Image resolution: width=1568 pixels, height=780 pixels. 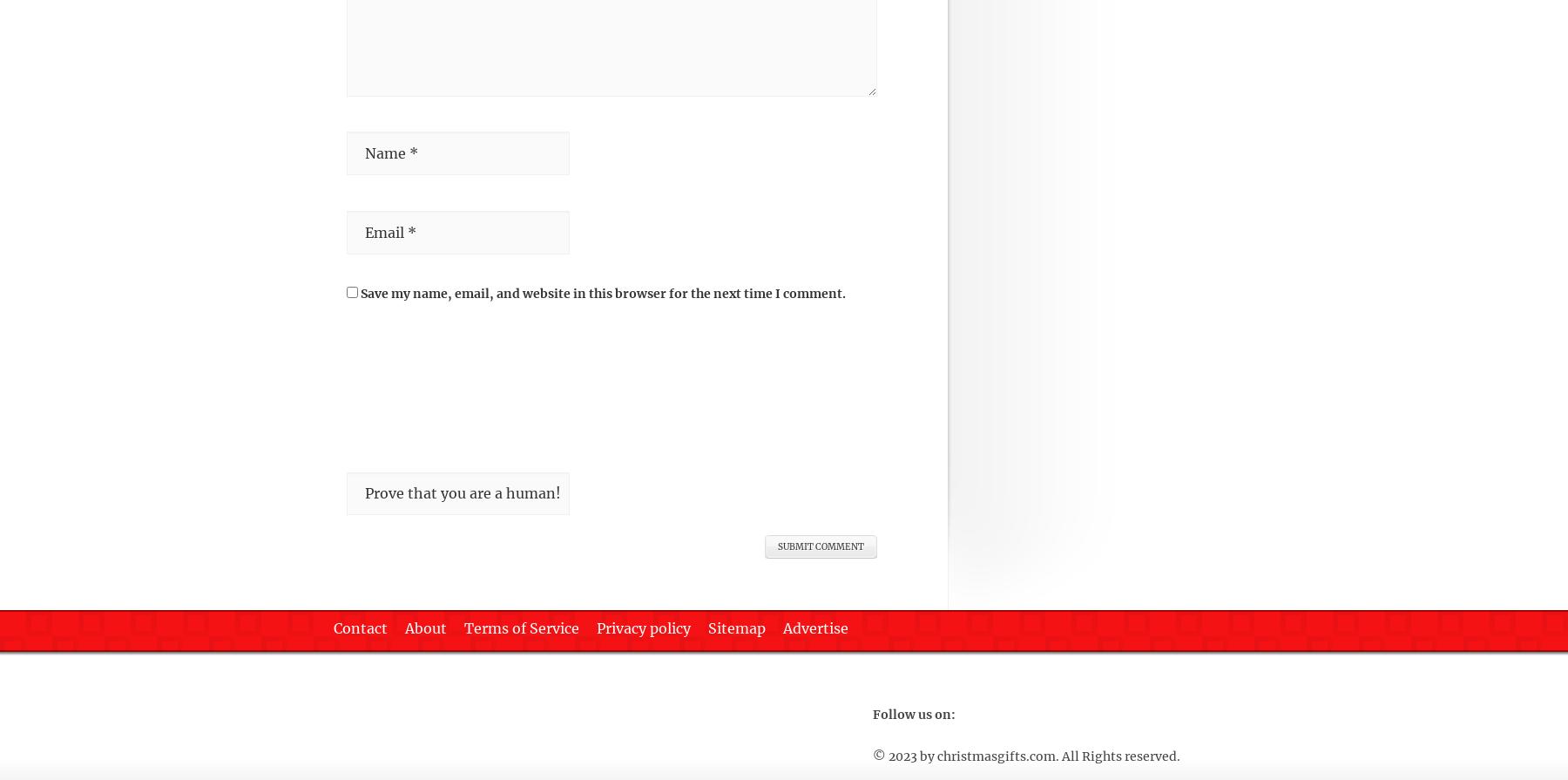 I want to click on 'Save my name, email, and website in this browser for the next time I comment.', so click(x=602, y=292).